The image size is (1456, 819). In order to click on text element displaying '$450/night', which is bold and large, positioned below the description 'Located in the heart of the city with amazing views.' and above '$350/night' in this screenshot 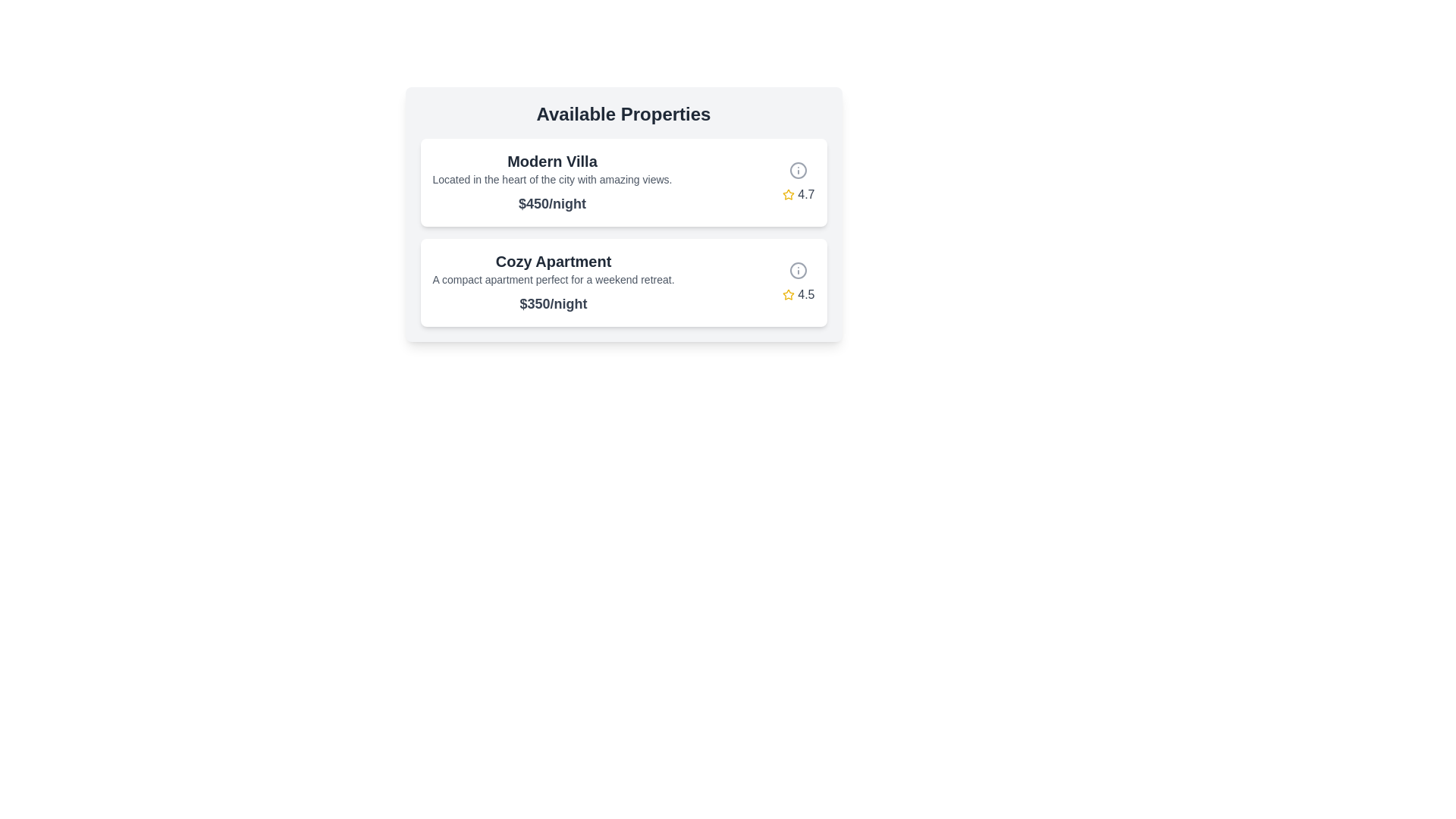, I will do `click(551, 203)`.